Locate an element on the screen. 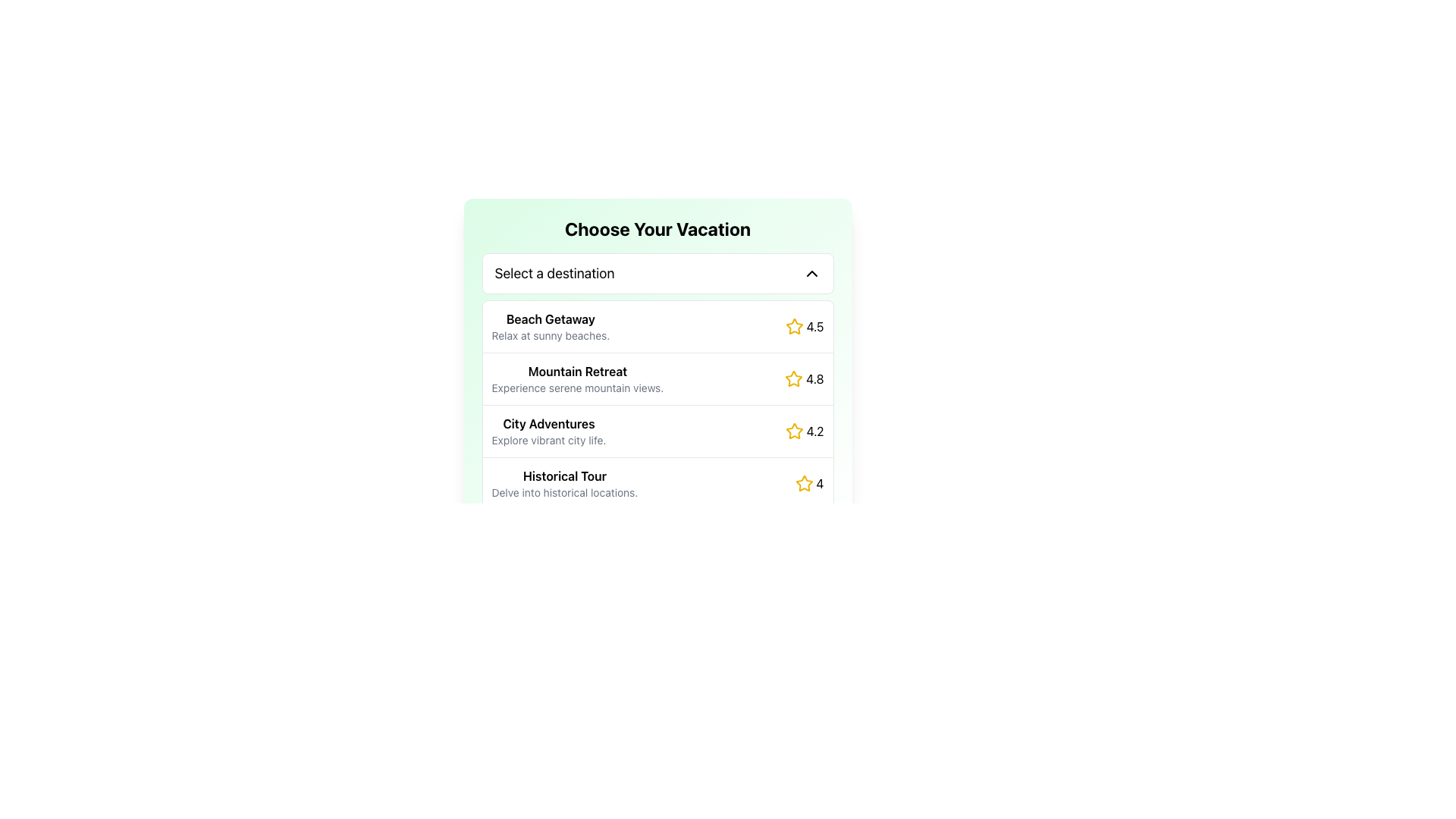  the third star-shaped visual rating indicator located to the right of the 'City Adventures' entry in the vertically structured list is located at coordinates (793, 431).